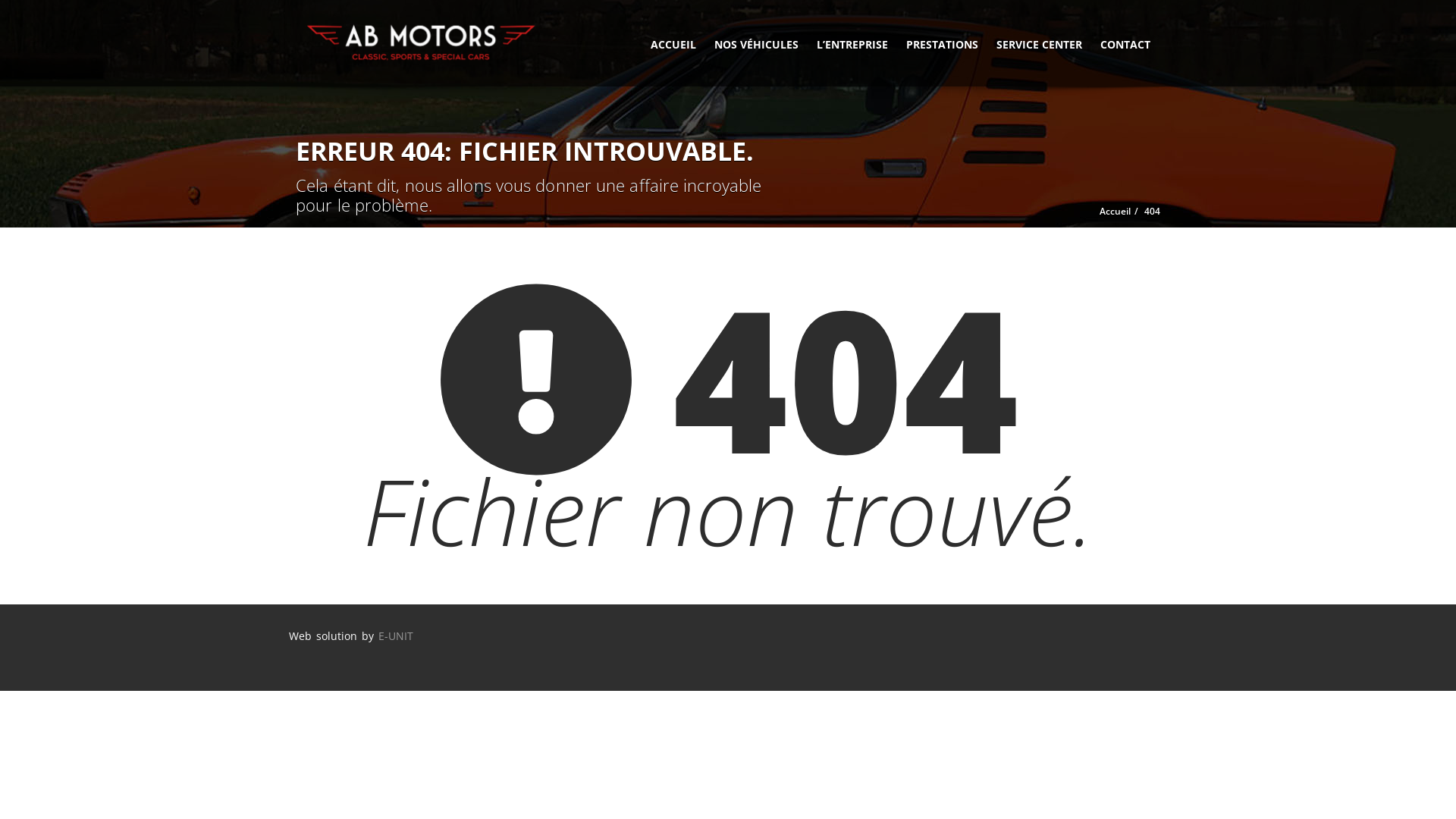 The height and width of the screenshot is (819, 1456). Describe the element at coordinates (673, 42) in the screenshot. I see `'ACCUEIL'` at that location.